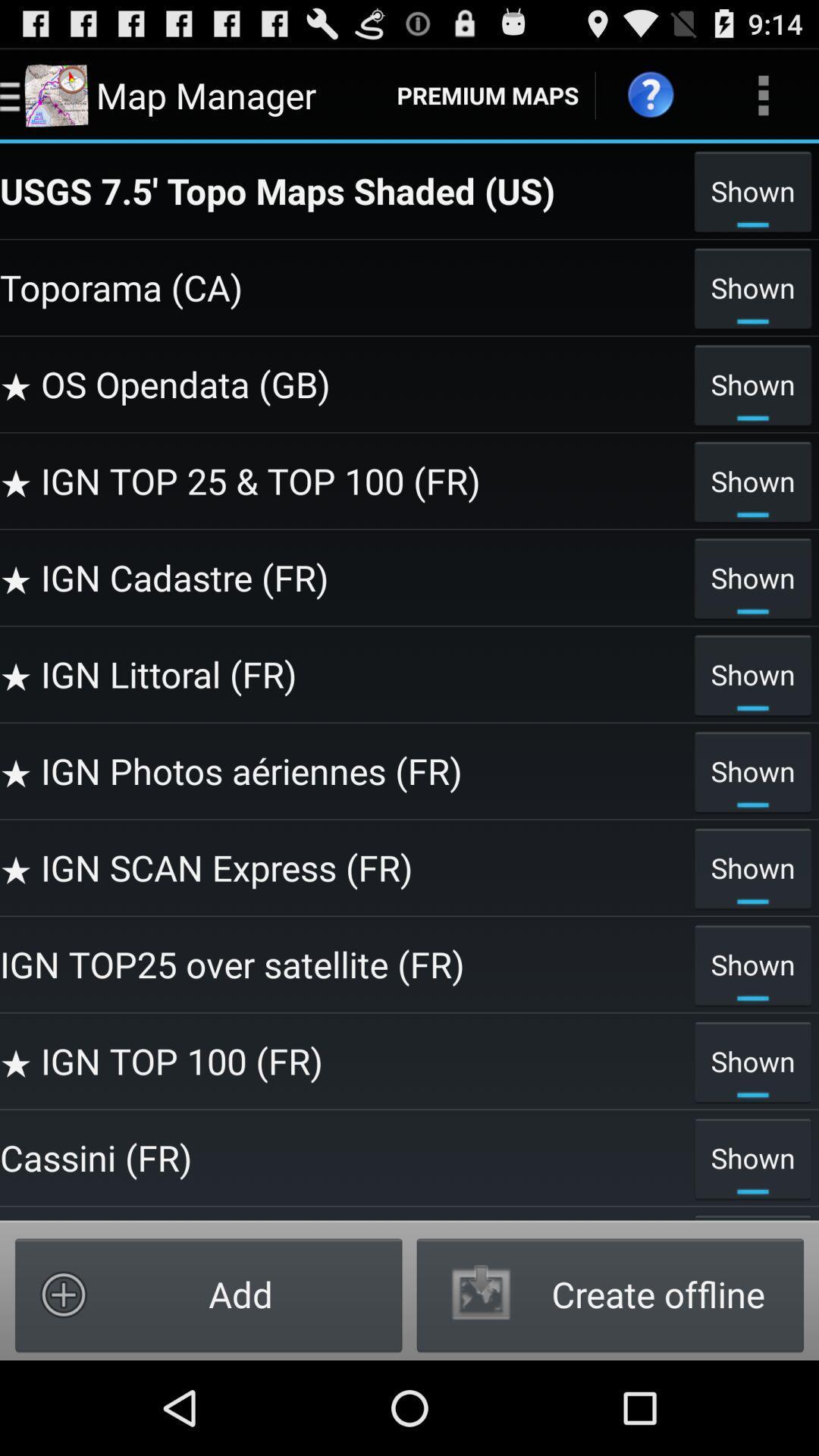 Image resolution: width=819 pixels, height=1456 pixels. I want to click on usgs 7 5 item, so click(343, 190).